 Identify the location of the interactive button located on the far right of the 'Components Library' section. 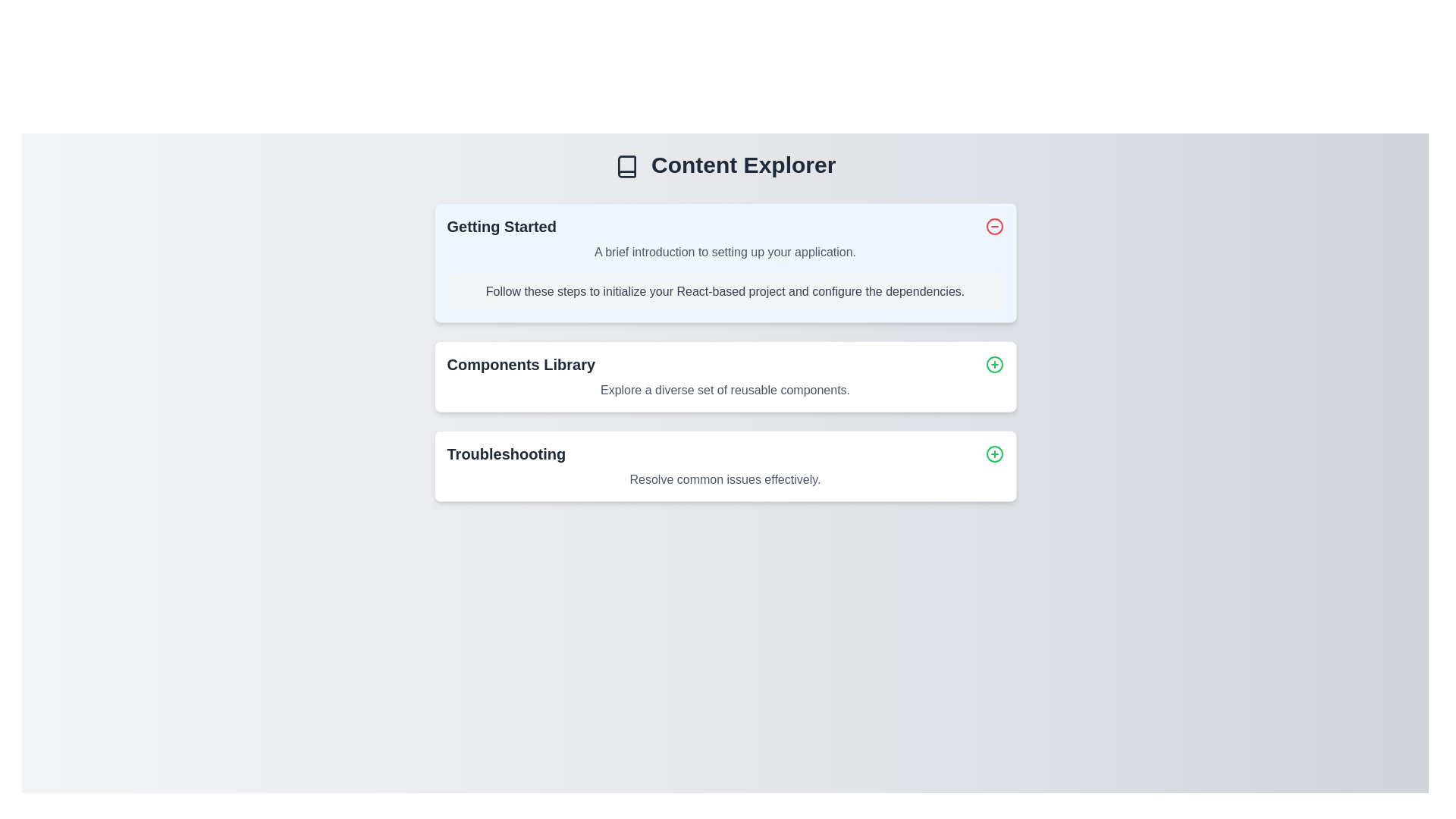
(994, 365).